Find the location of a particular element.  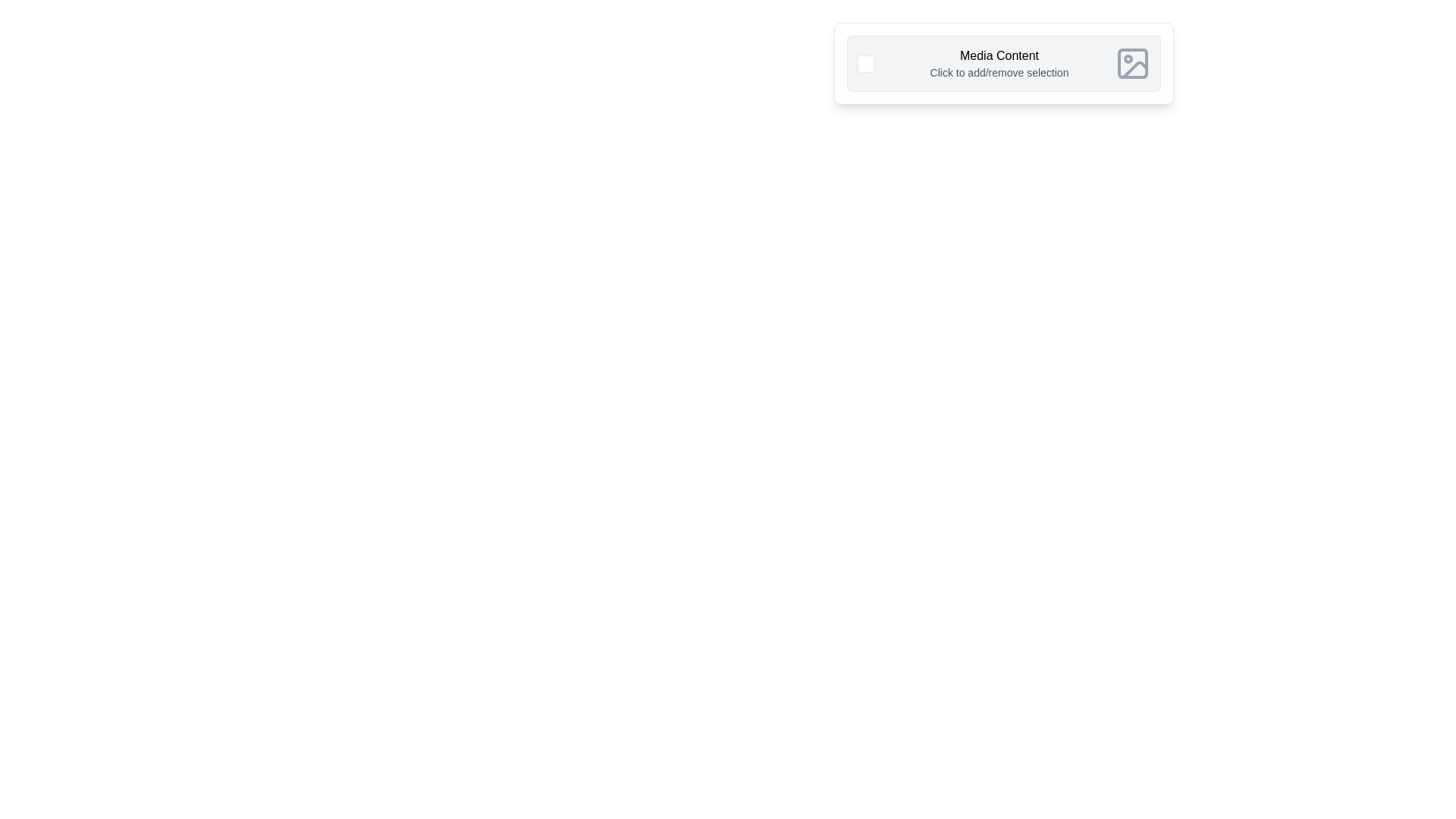

the static informational text that reads 'Click to add/remove selection', which is styled in a smaller light gray font and located below the 'Media Content' title is located at coordinates (999, 73).